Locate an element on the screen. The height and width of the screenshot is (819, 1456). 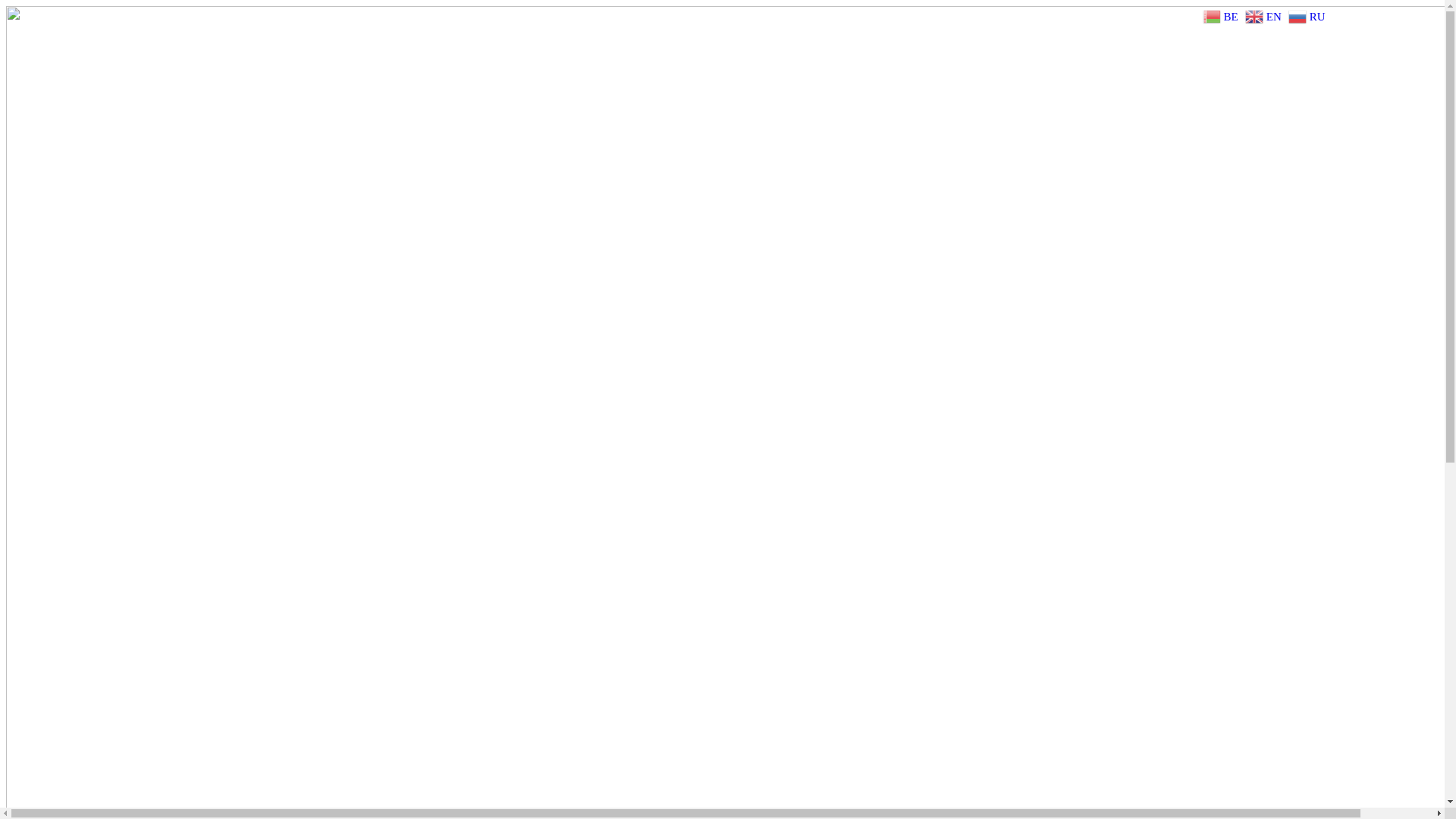
'BE' is located at coordinates (1201, 15).